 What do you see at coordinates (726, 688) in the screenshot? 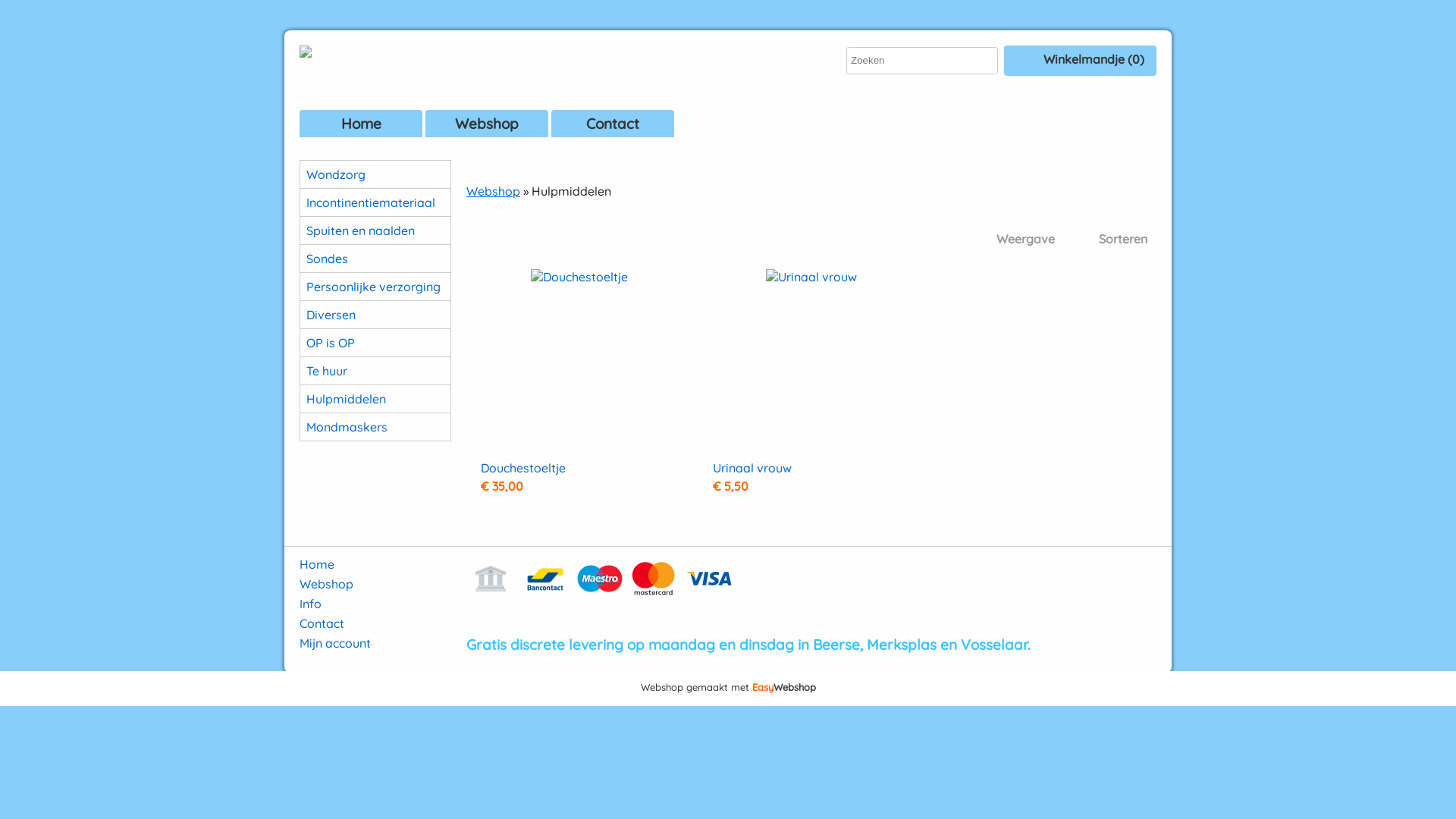
I see `'Webshop gemaakt met EasyWebshop'` at bounding box center [726, 688].